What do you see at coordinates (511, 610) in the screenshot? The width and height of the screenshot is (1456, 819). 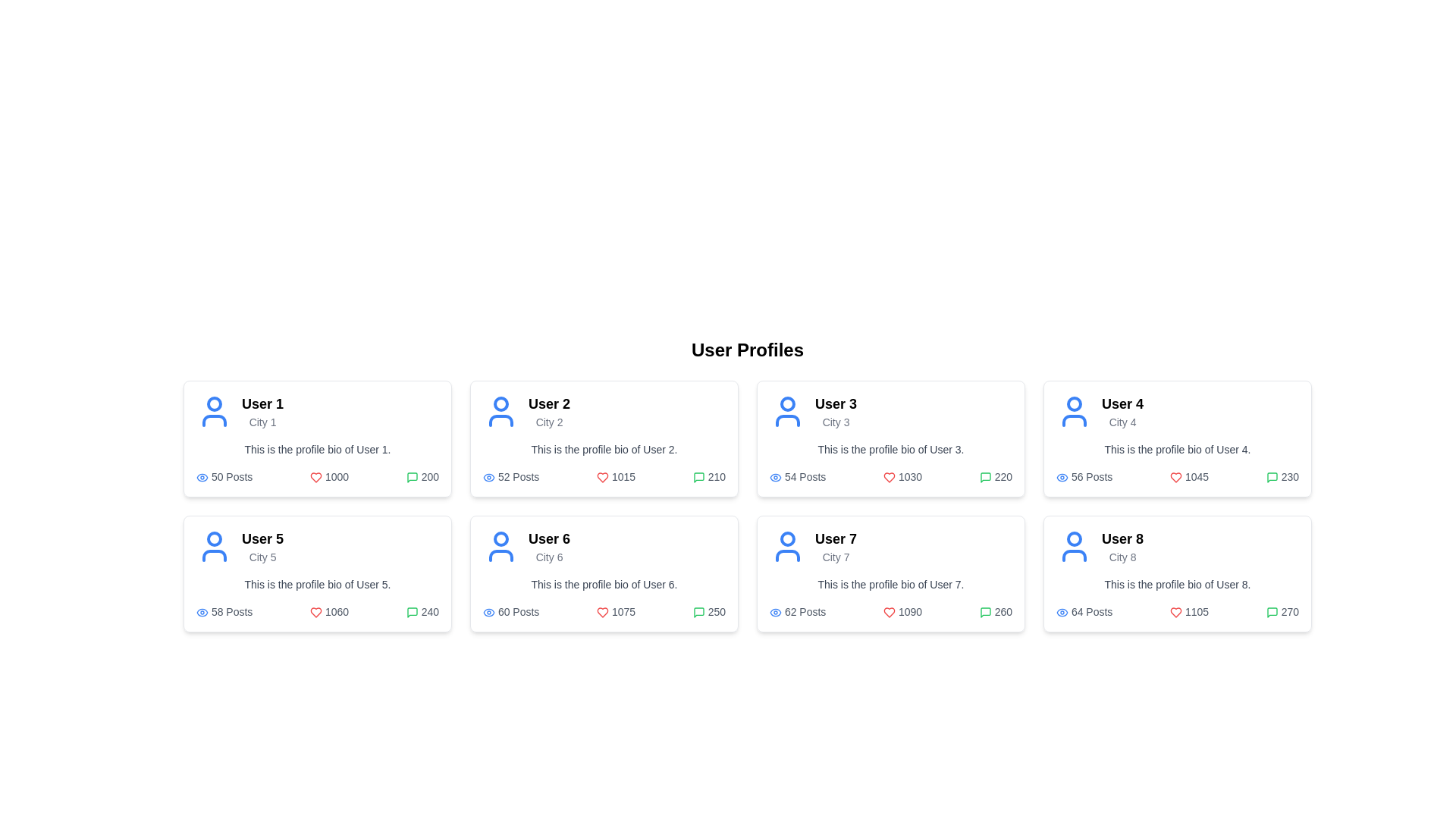 I see `the '60 Posts' text element with the blue eye icon located in the bottom-left corner of User 6's card to associate the visual information with the user's activity` at bounding box center [511, 610].